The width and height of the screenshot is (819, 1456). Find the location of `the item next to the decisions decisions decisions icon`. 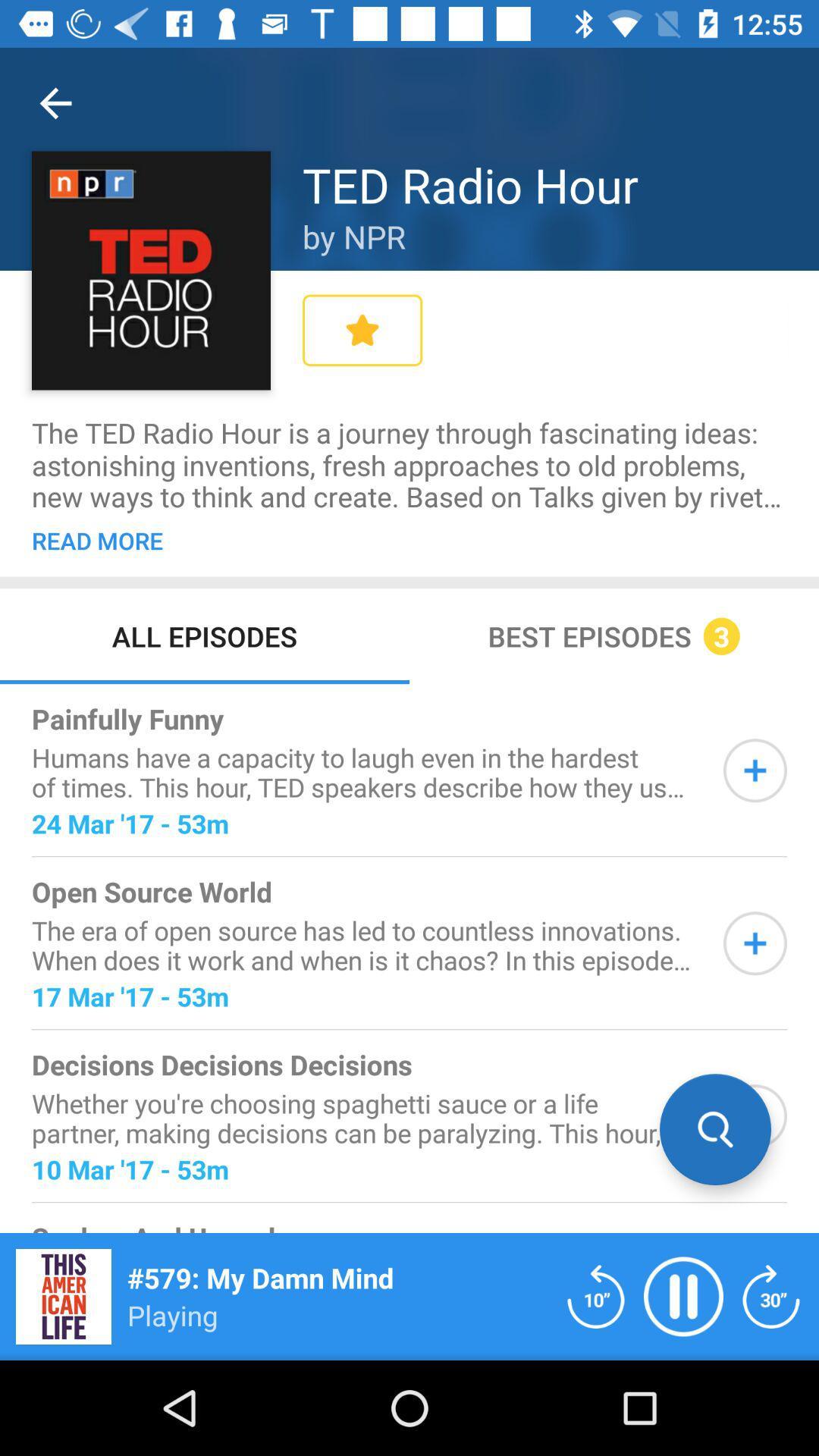

the item next to the decisions decisions decisions icon is located at coordinates (715, 1129).